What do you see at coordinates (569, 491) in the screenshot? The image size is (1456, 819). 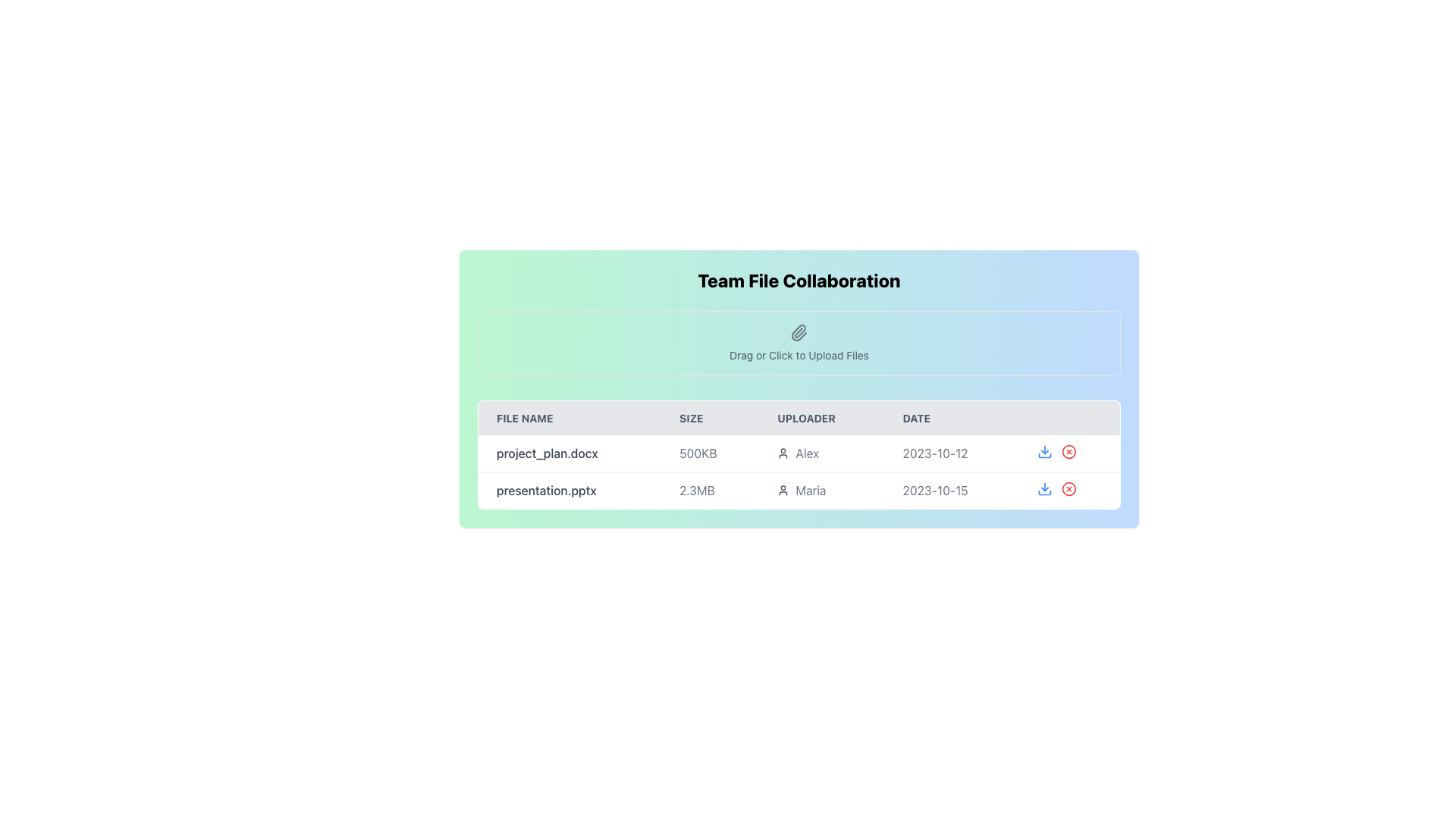 I see `the text label displaying 'presentation.pptx' located in the second row of the table under the 'FILE NAME' column, despite its non-interactive nature` at bounding box center [569, 491].